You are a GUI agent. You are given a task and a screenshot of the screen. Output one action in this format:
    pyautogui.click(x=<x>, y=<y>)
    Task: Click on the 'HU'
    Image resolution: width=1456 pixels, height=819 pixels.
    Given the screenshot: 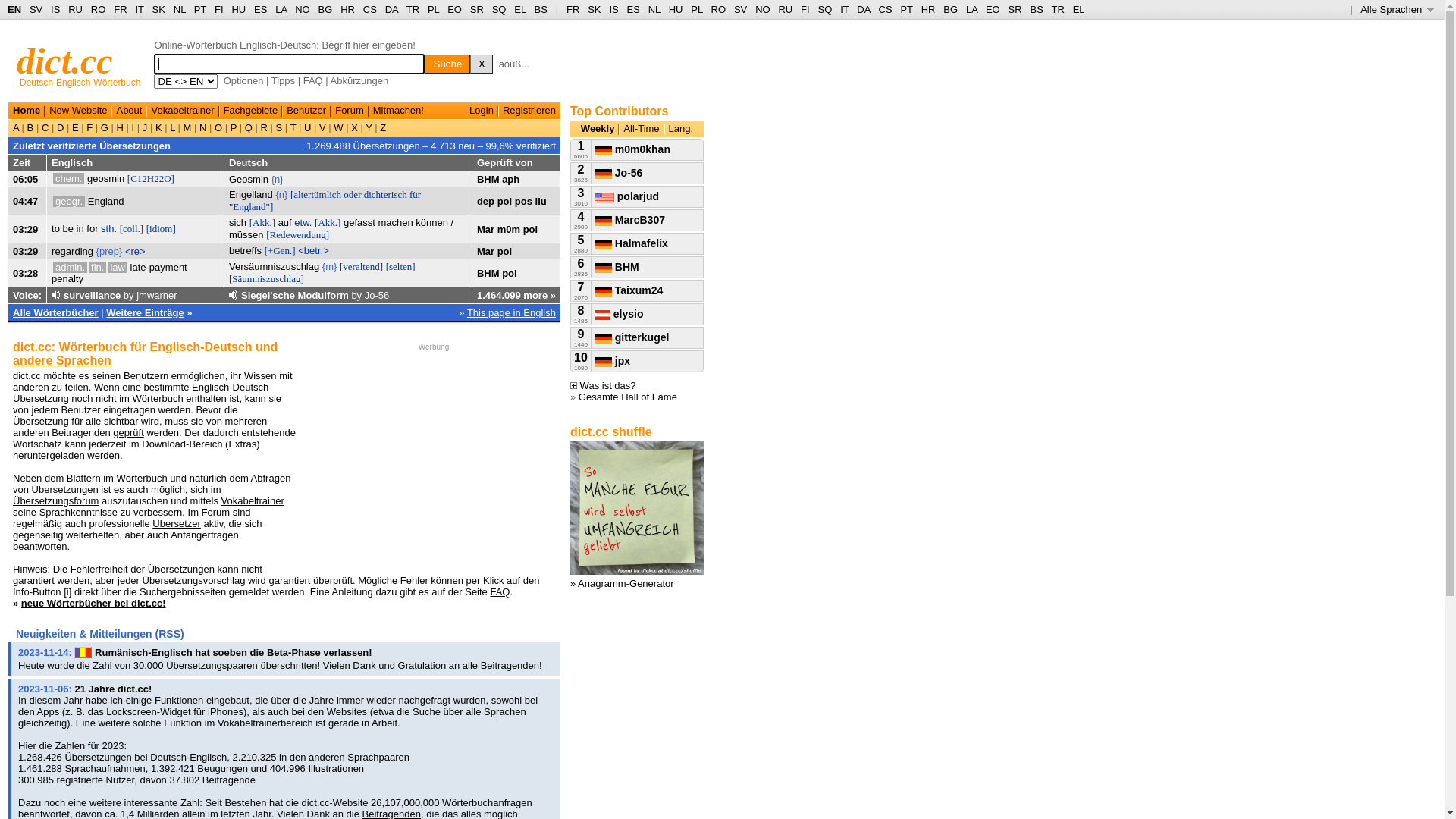 What is the action you would take?
    pyautogui.click(x=675, y=9)
    